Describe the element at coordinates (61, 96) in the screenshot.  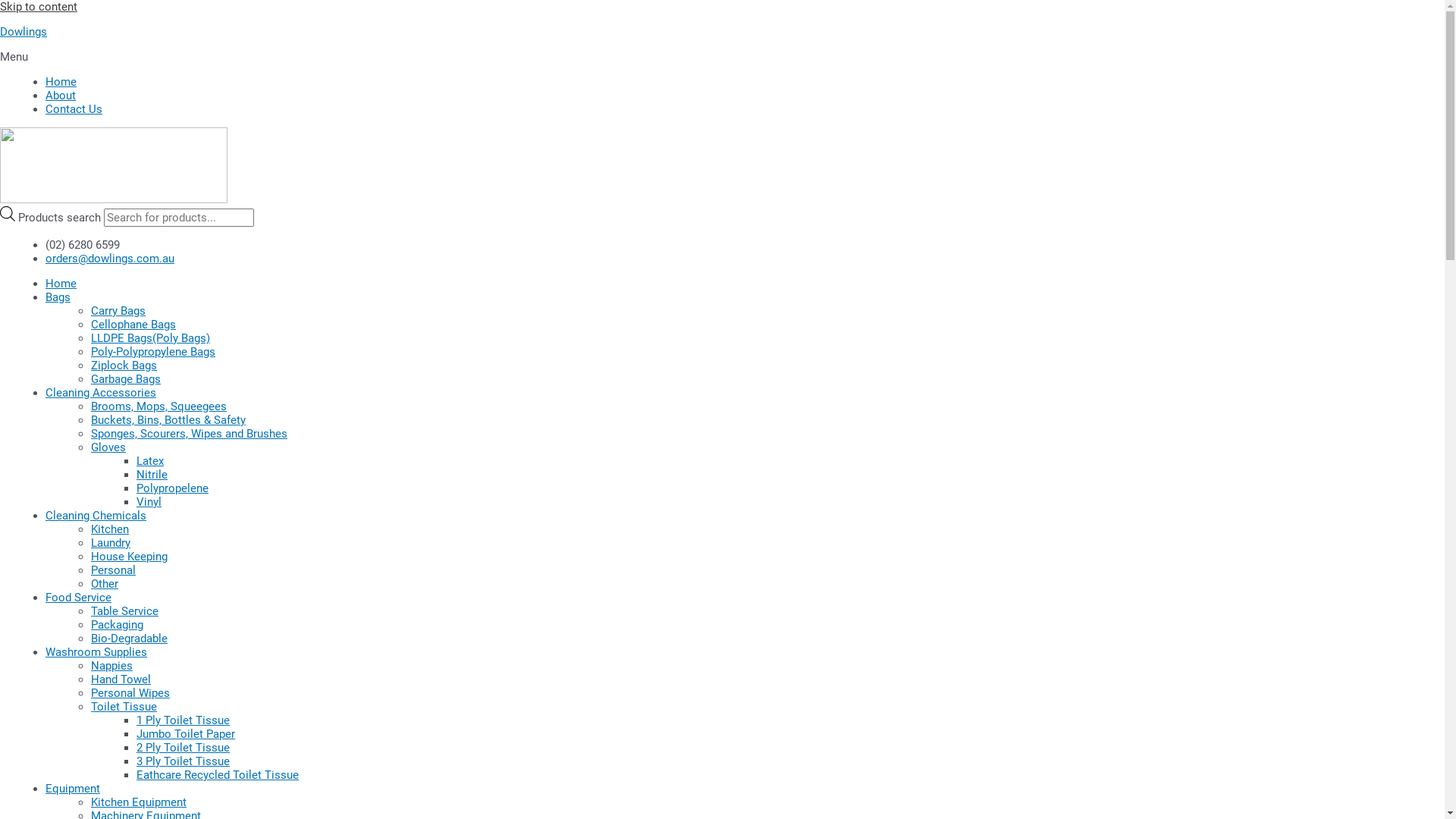
I see `'About'` at that location.